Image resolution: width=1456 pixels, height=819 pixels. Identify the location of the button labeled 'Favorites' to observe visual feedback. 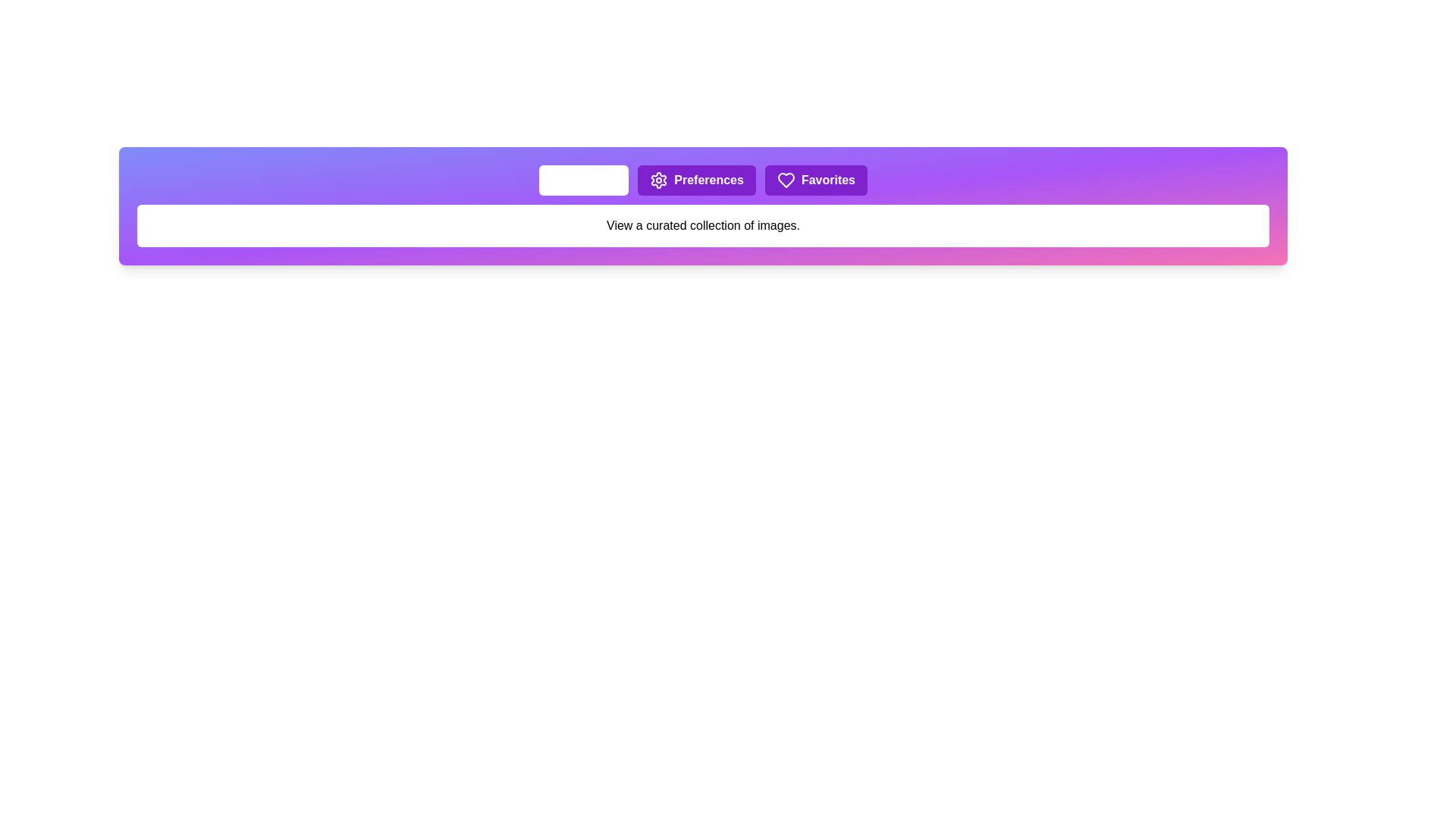
(814, 180).